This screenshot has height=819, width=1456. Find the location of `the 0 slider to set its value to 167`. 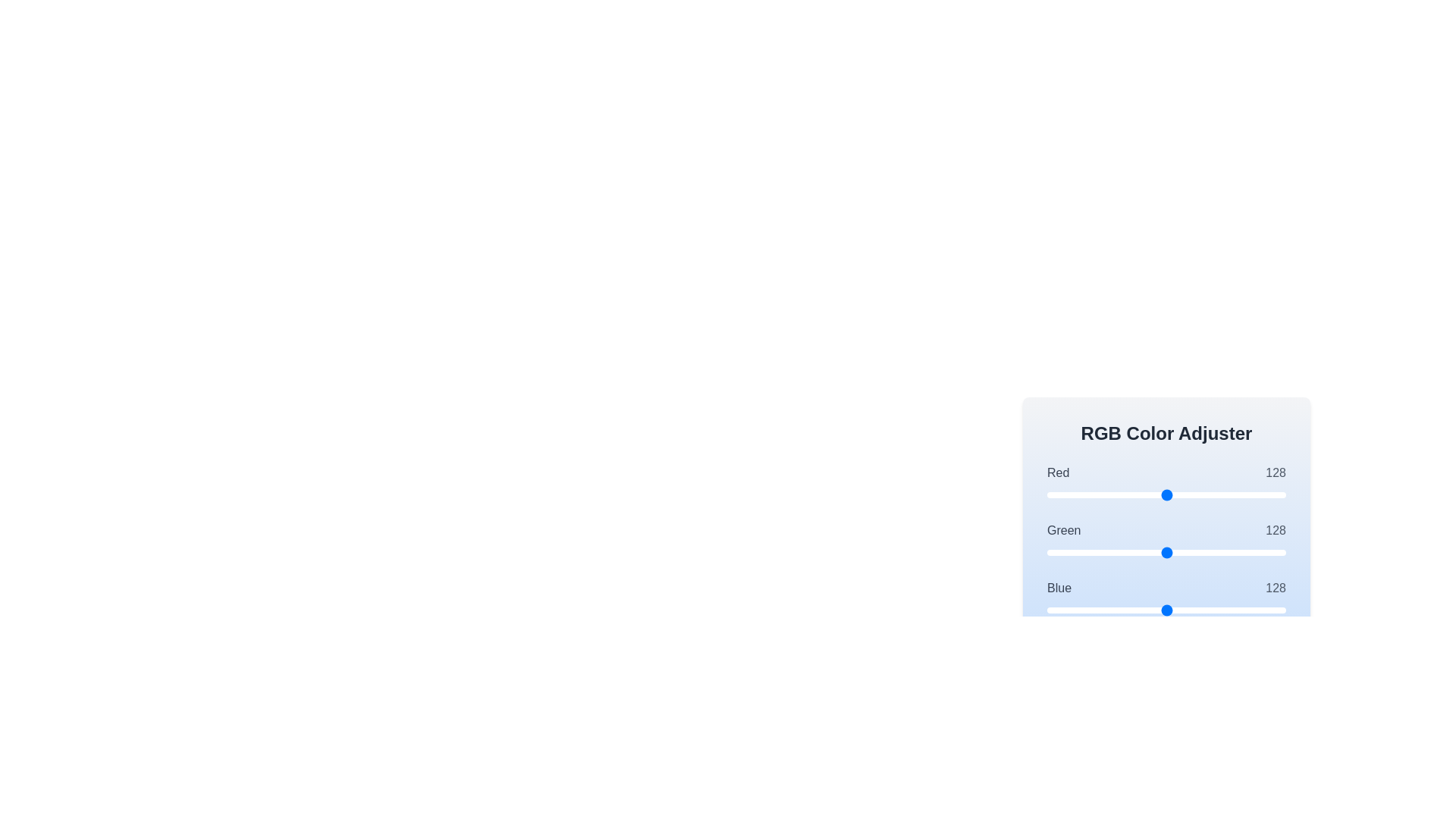

the 0 slider to set its value to 167 is located at coordinates (1203, 494).